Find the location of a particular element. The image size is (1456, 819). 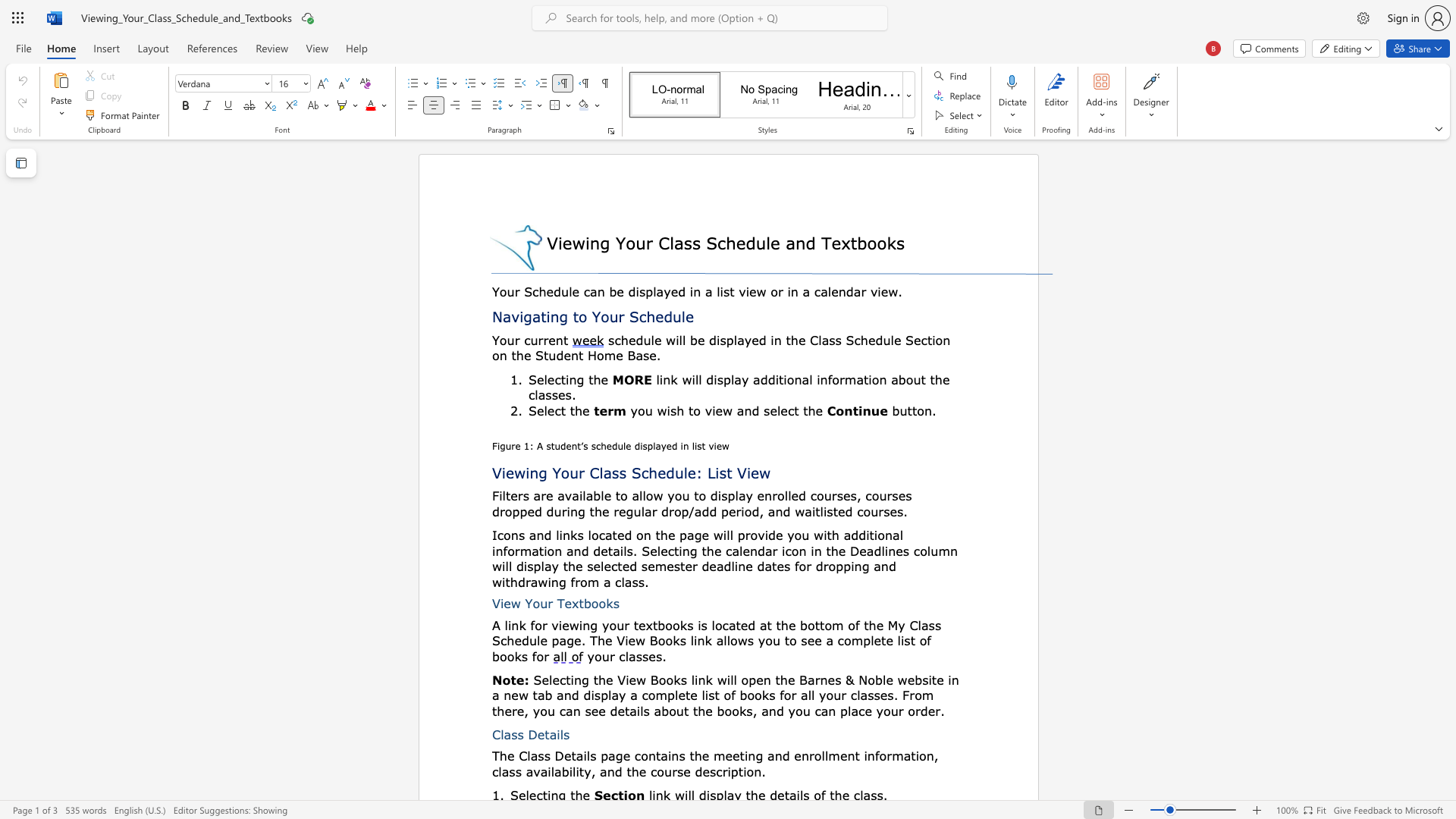

the subset text "e 1: A stude" within the text "Figure 1: A student’s schedule displayed in list view" is located at coordinates (515, 445).